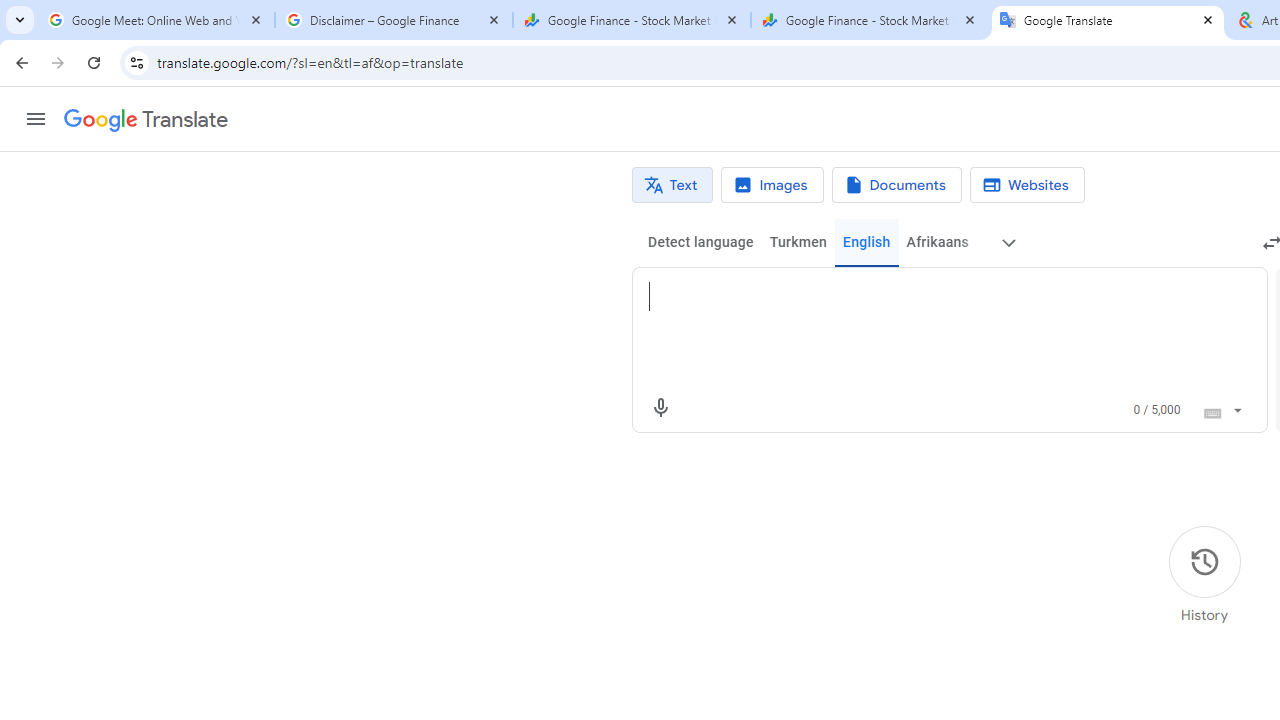 The height and width of the screenshot is (720, 1280). I want to click on 'Text translation', so click(672, 185).